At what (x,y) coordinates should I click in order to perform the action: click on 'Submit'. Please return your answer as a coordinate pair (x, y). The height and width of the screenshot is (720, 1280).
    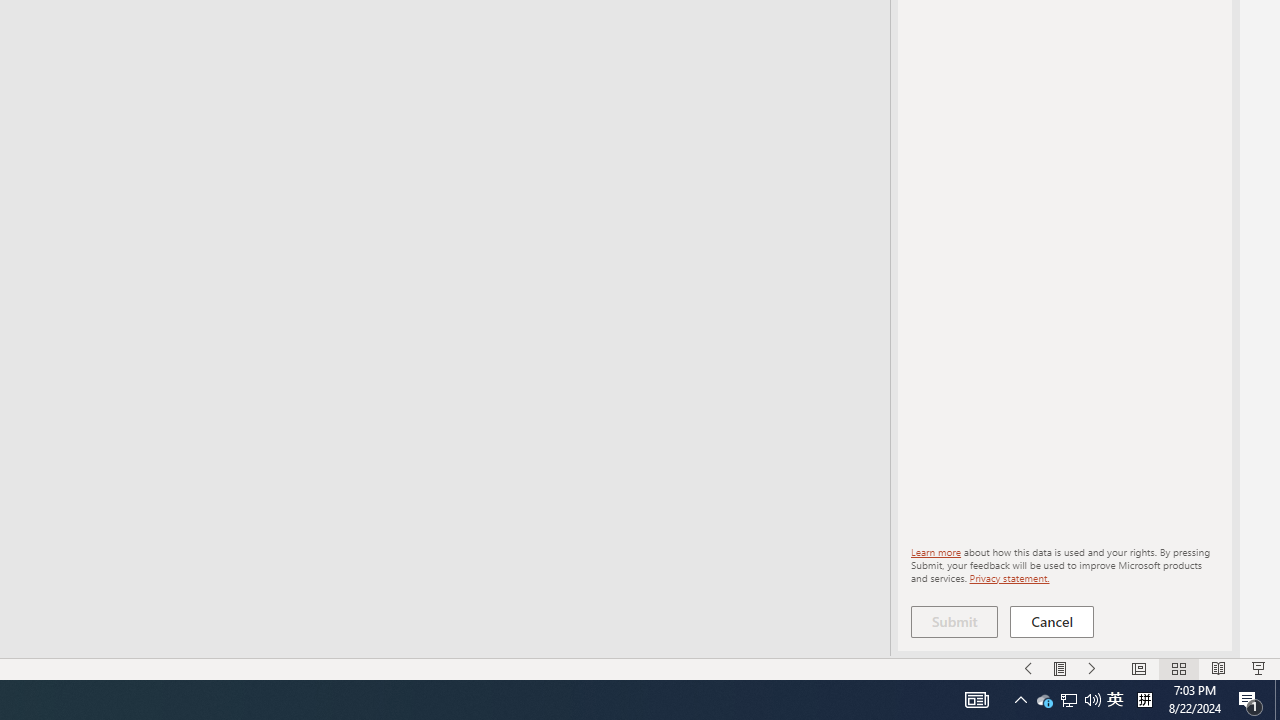
    Looking at the image, I should click on (953, 621).